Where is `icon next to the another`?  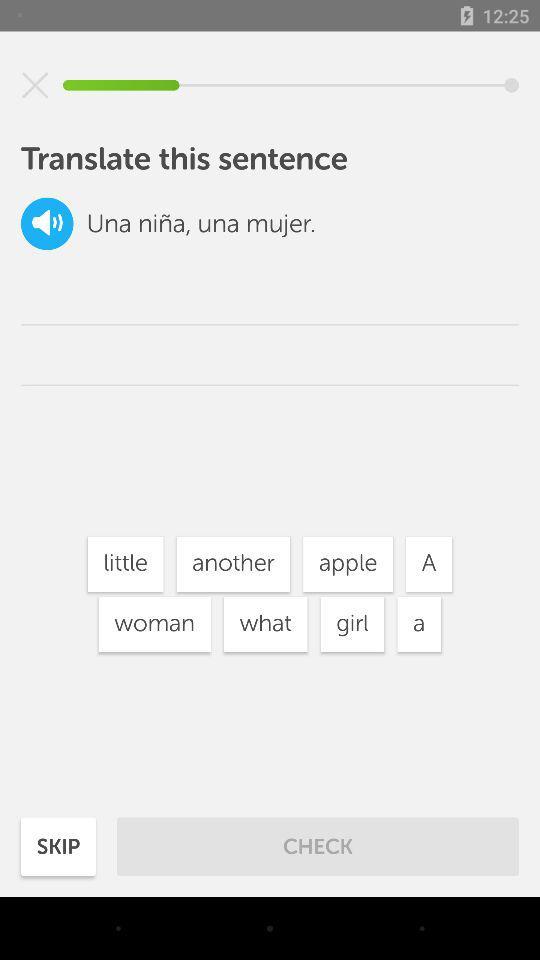 icon next to the another is located at coordinates (125, 564).